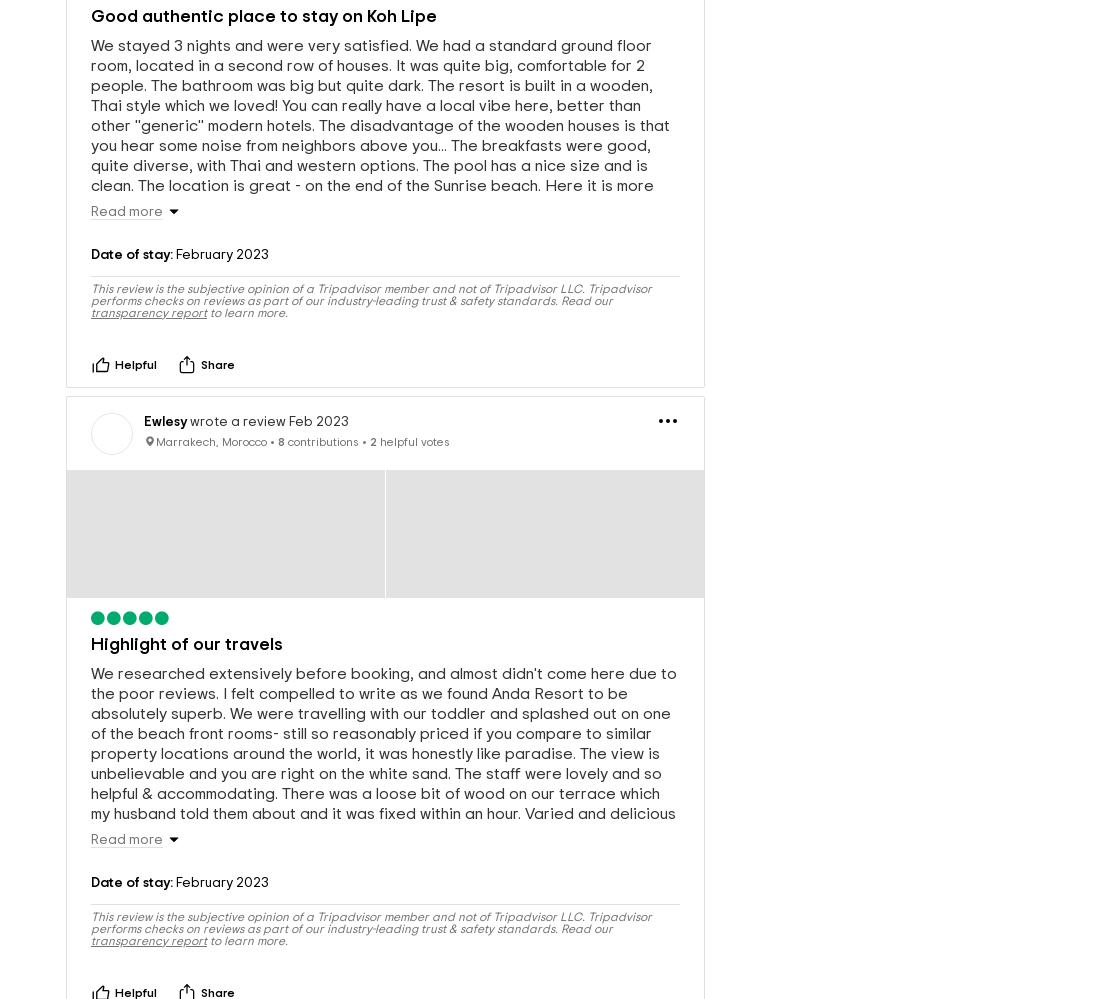  What do you see at coordinates (267, 388) in the screenshot?
I see `'wrote a review Feb 2023'` at bounding box center [267, 388].